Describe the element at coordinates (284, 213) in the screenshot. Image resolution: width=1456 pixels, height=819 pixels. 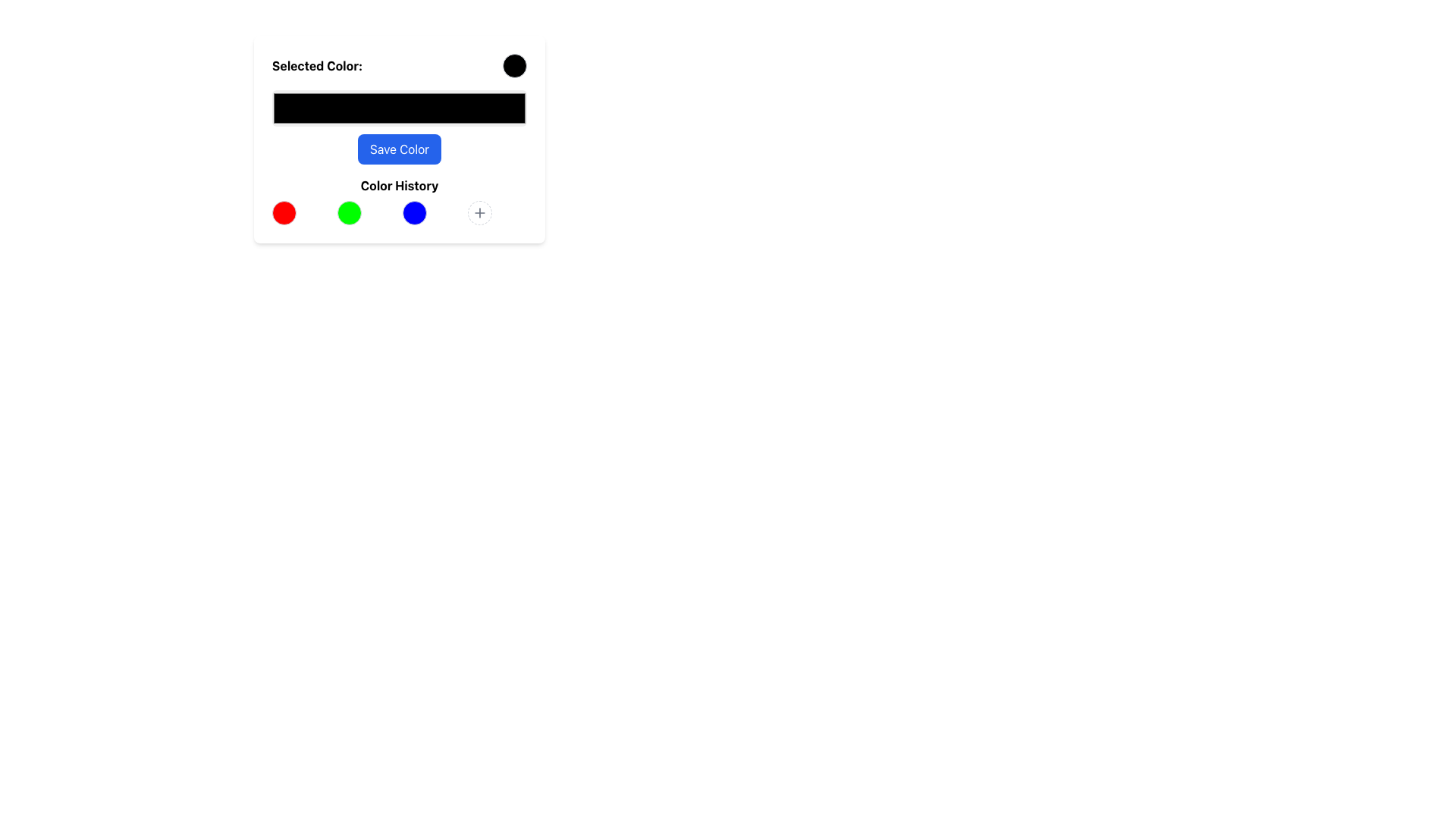
I see `the first button in the 'Color History' section` at that location.